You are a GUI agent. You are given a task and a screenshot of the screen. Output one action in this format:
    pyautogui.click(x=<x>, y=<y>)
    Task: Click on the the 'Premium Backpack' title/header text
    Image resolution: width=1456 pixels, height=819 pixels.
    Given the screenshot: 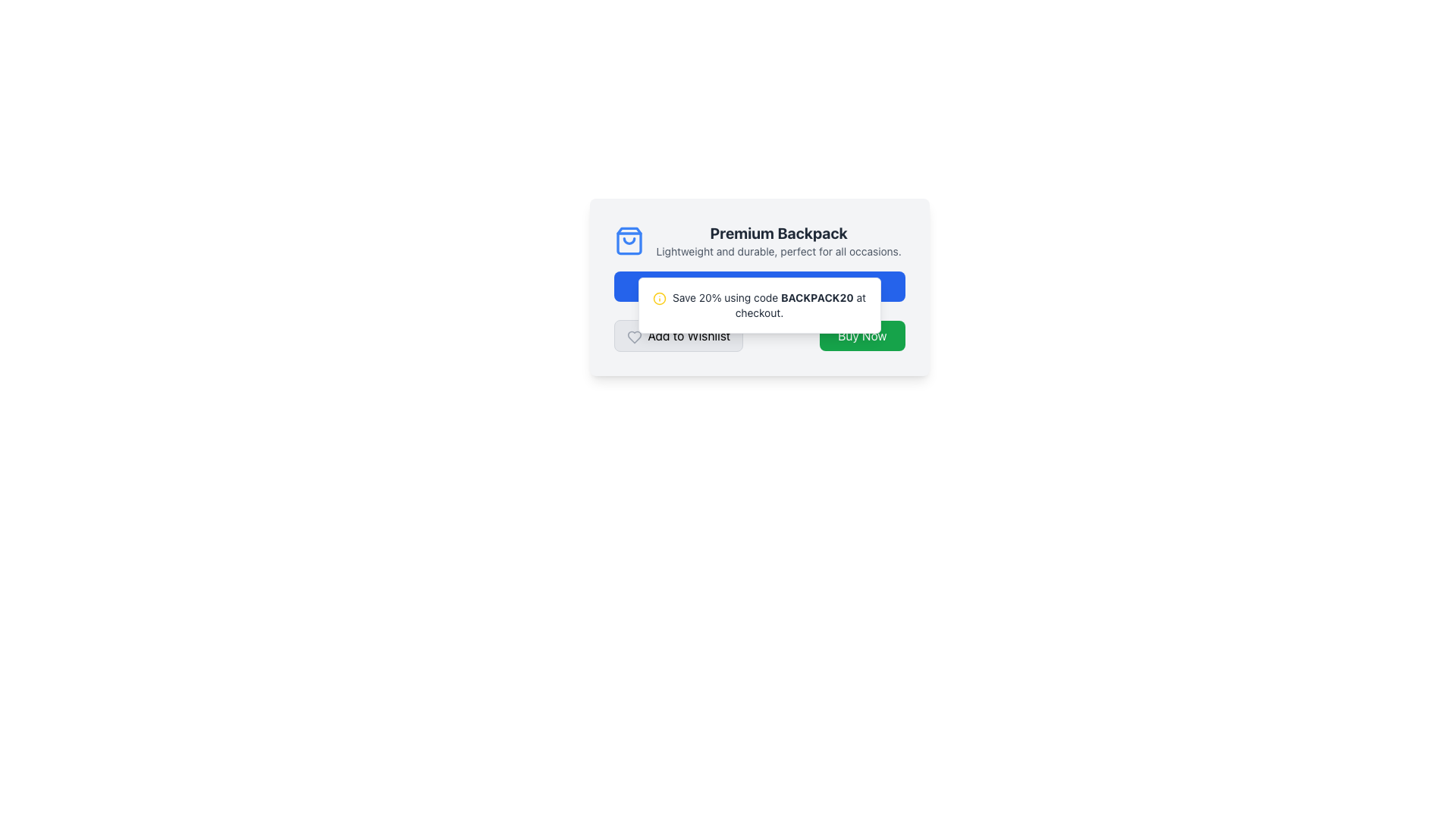 What is the action you would take?
    pyautogui.click(x=779, y=234)
    